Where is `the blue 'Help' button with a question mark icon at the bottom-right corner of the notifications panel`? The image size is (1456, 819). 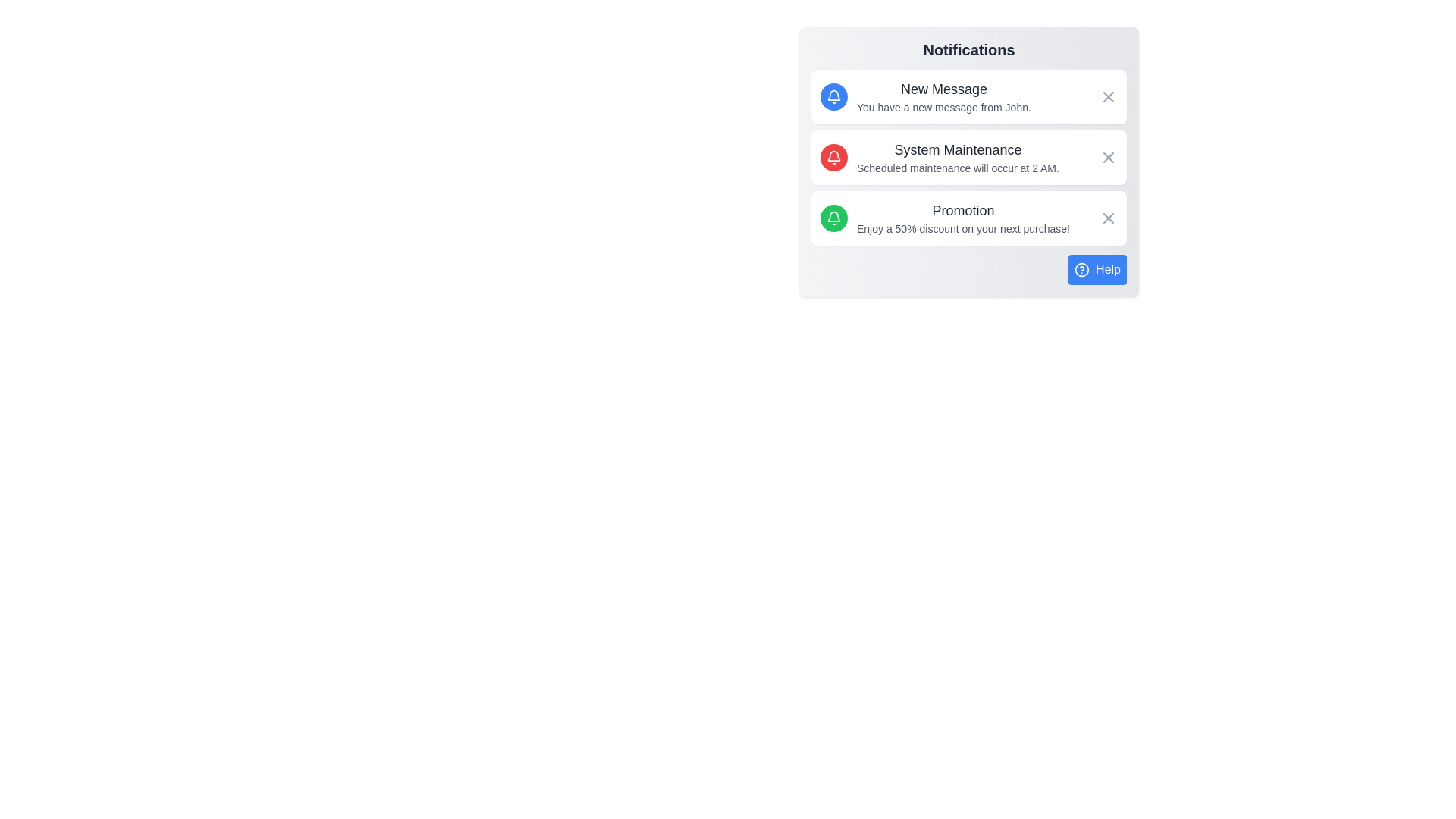 the blue 'Help' button with a question mark icon at the bottom-right corner of the notifications panel is located at coordinates (1097, 268).